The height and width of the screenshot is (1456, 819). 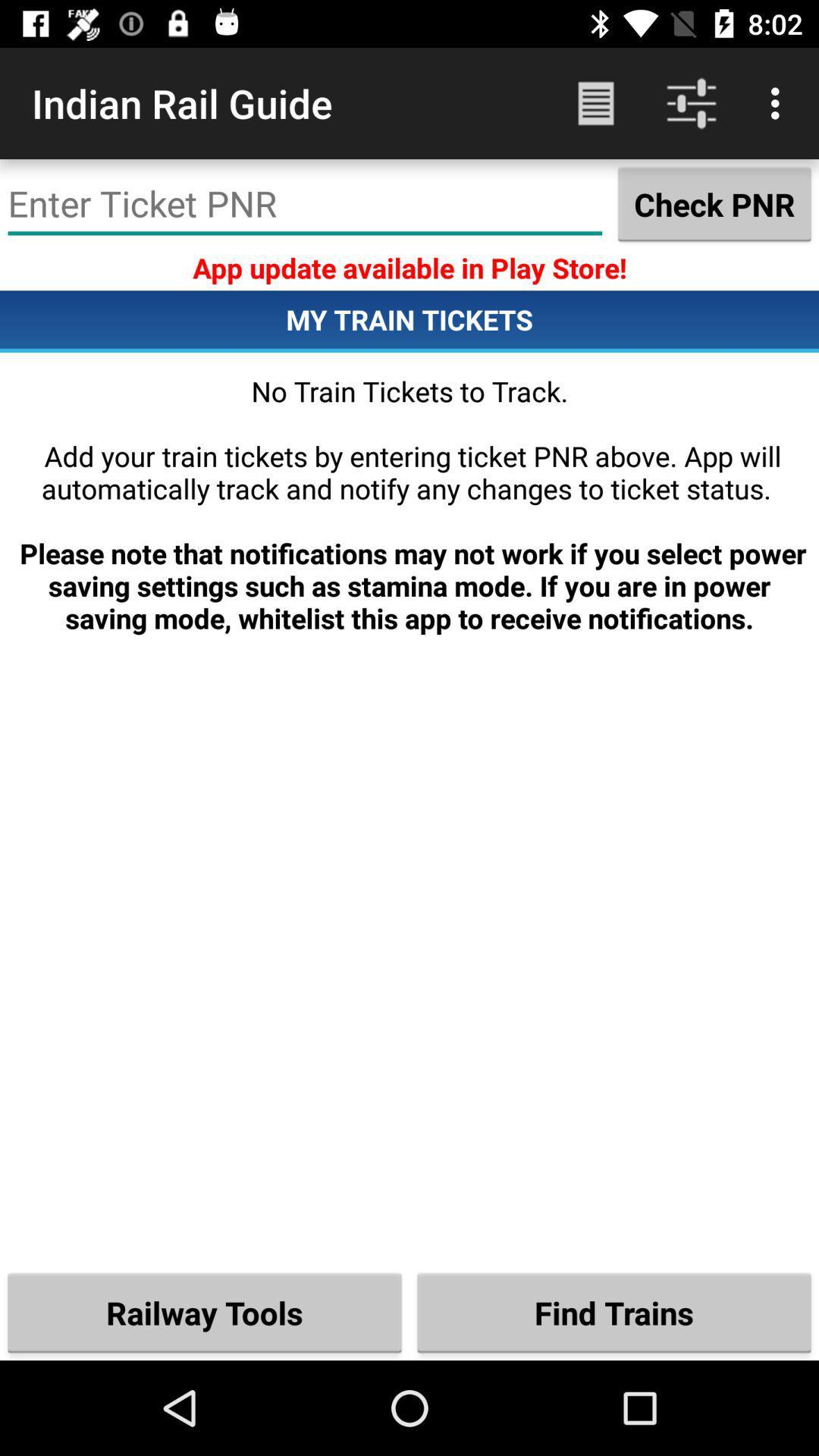 What do you see at coordinates (205, 1312) in the screenshot?
I see `the icon next to the find trains item` at bounding box center [205, 1312].